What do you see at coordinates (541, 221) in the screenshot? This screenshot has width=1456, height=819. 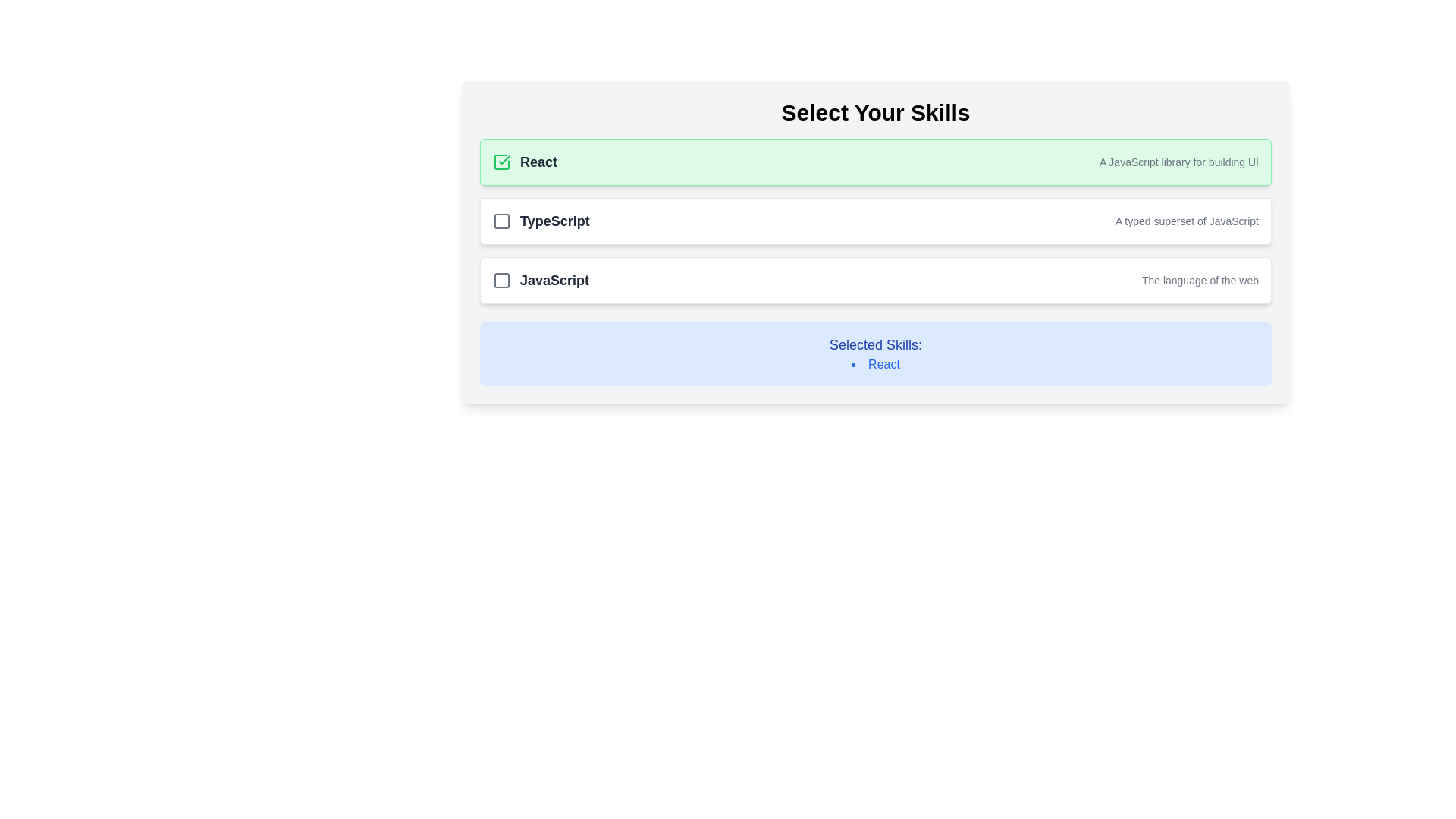 I see `text 'TypeScript' from the label styled in bold gray, positioned next to the unchecked checkbox icon within the selectable card` at bounding box center [541, 221].